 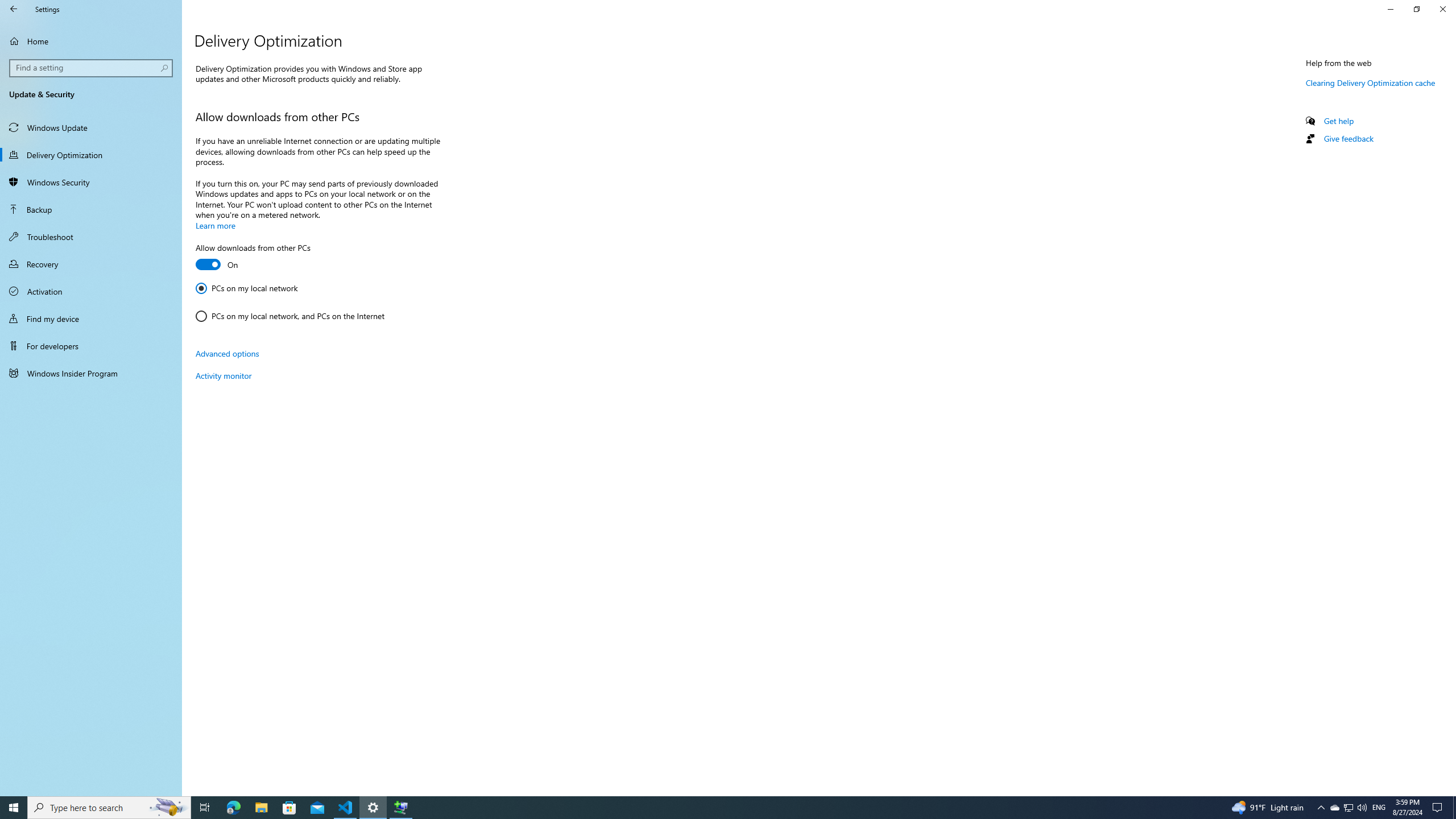 I want to click on 'Extensible Wizards Host Process - 1 running window', so click(x=401, y=806).